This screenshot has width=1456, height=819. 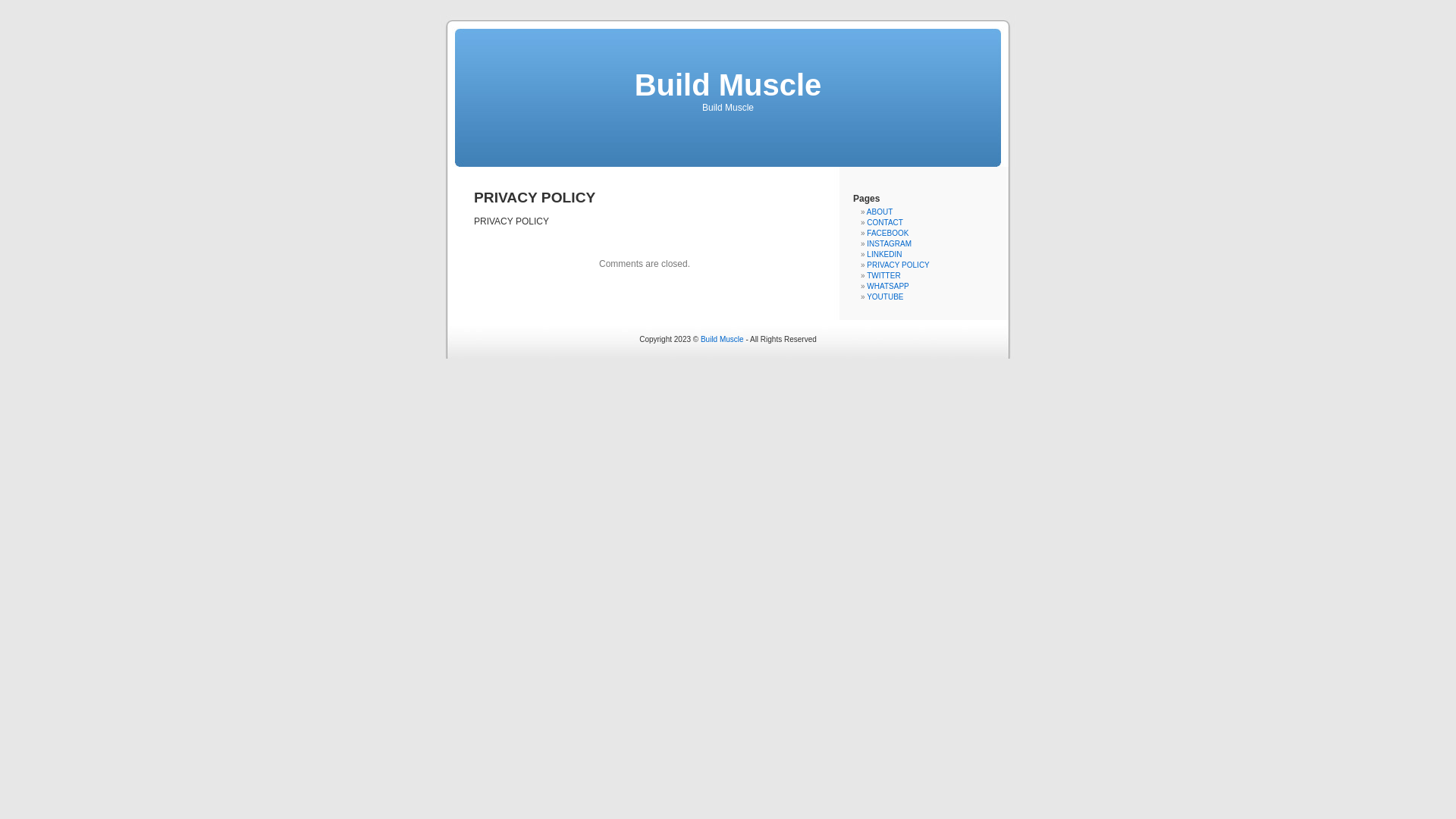 I want to click on 'Build Muscle', so click(x=721, y=338).